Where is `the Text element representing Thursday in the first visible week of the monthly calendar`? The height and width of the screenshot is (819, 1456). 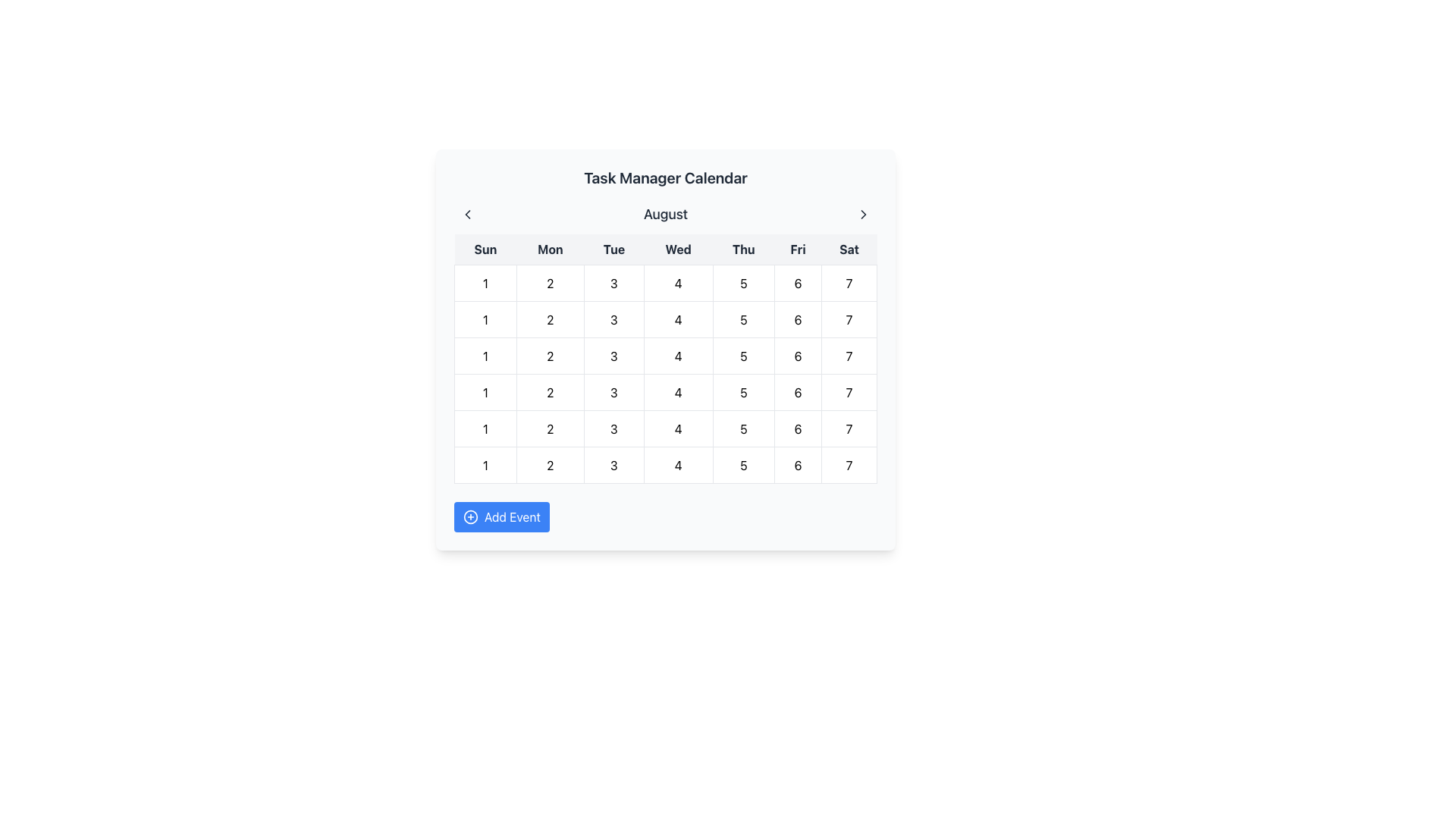
the Text element representing Thursday in the first visible week of the monthly calendar is located at coordinates (743, 318).